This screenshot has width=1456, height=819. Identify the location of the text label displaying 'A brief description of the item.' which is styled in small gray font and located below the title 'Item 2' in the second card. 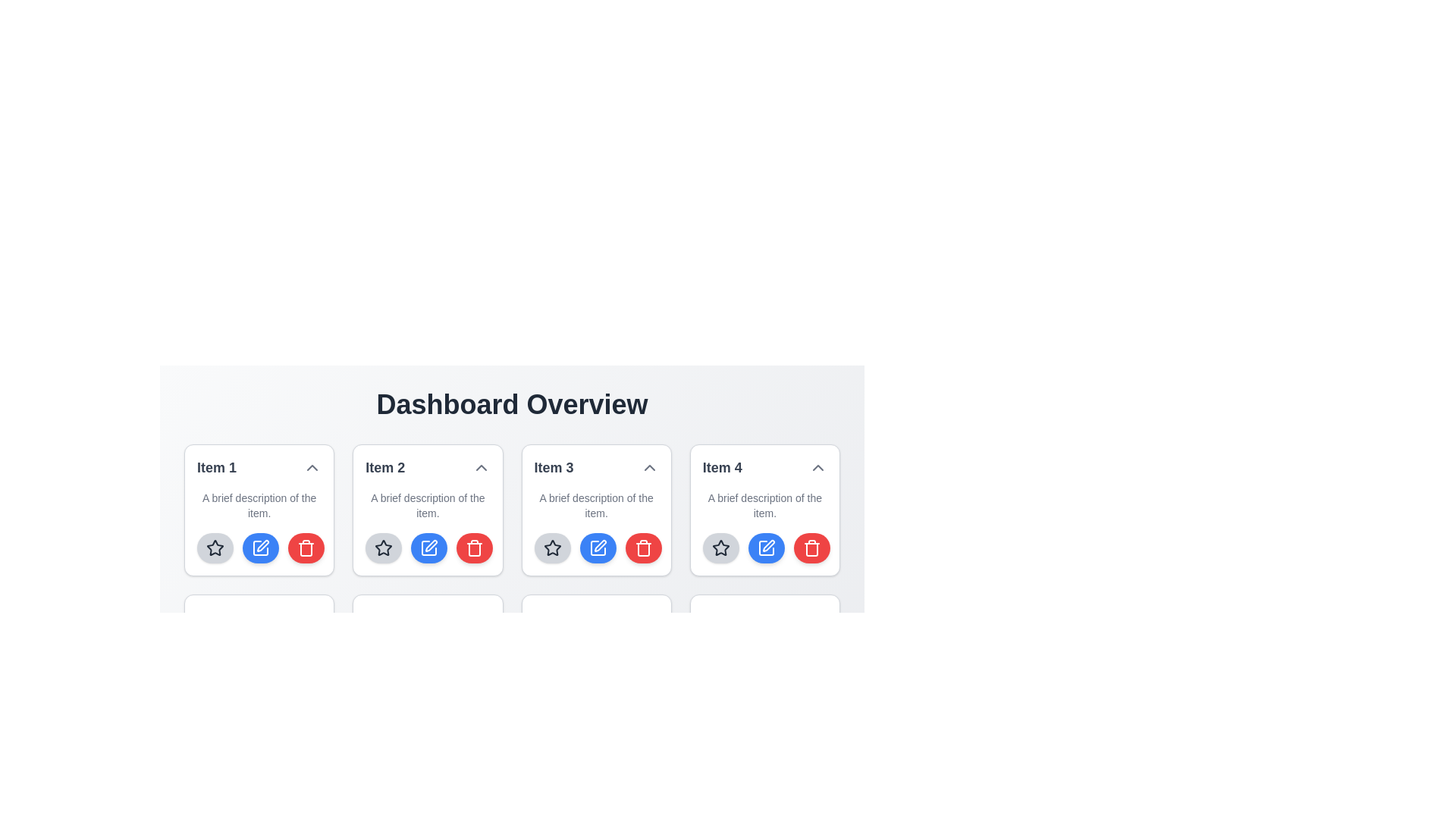
(427, 506).